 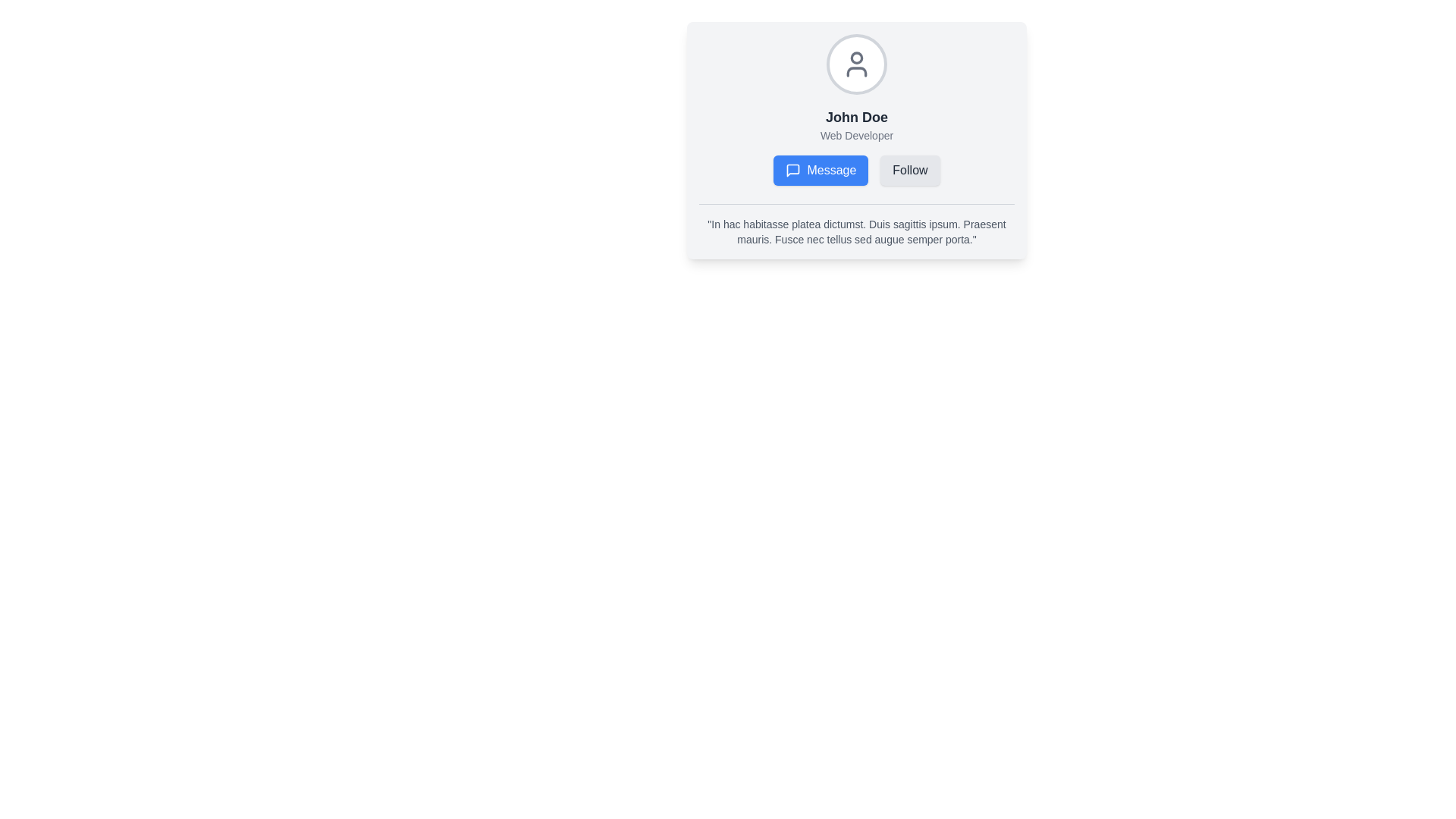 What do you see at coordinates (856, 134) in the screenshot?
I see `the Static Text element displaying 'Web Developer' which is styled with a small text size and gray color, located beneath 'John Doe' and above interactive buttons` at bounding box center [856, 134].